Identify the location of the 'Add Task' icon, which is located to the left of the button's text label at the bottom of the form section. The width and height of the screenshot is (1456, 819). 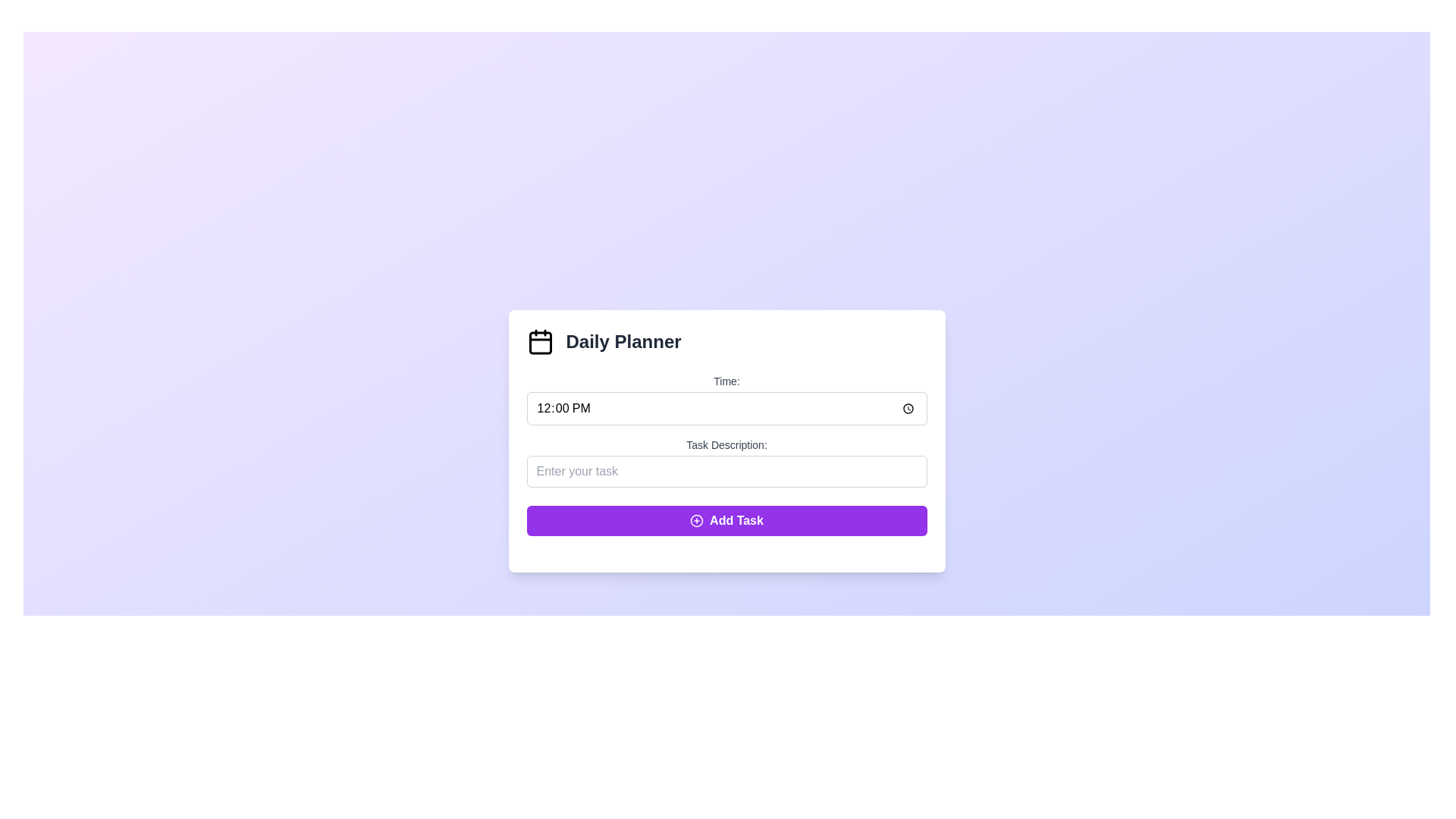
(696, 519).